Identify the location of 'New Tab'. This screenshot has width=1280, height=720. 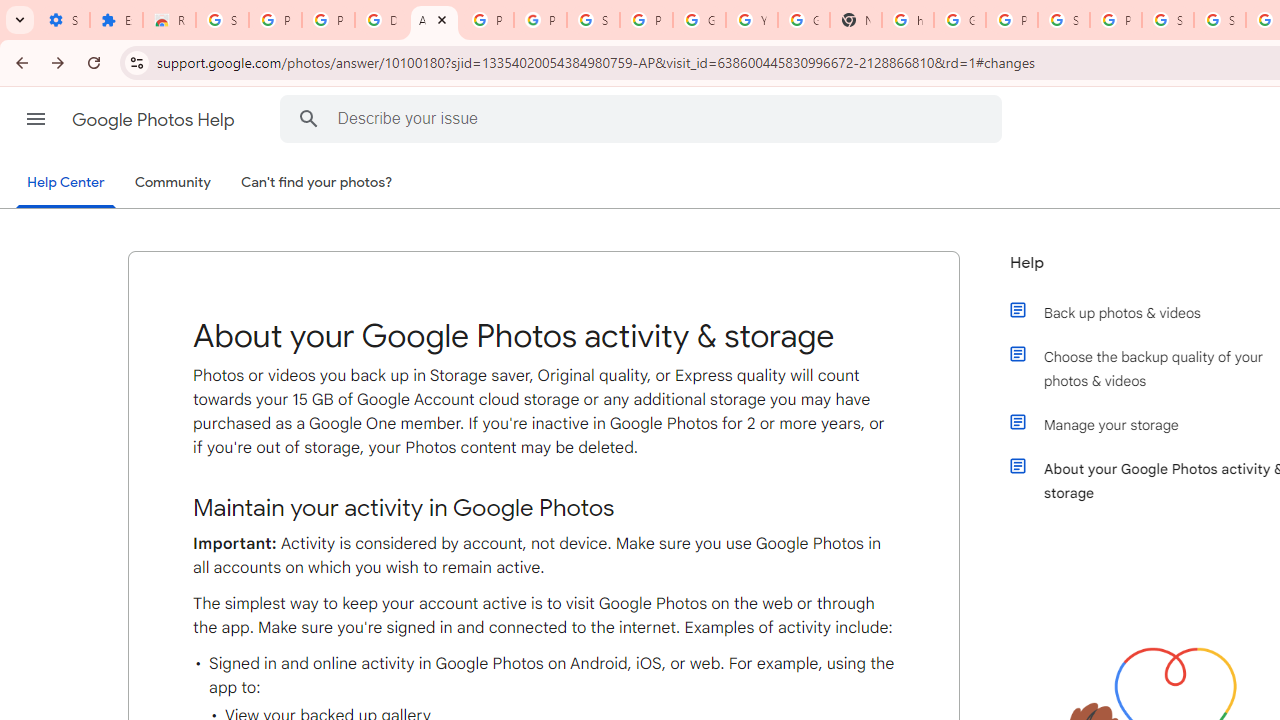
(855, 20).